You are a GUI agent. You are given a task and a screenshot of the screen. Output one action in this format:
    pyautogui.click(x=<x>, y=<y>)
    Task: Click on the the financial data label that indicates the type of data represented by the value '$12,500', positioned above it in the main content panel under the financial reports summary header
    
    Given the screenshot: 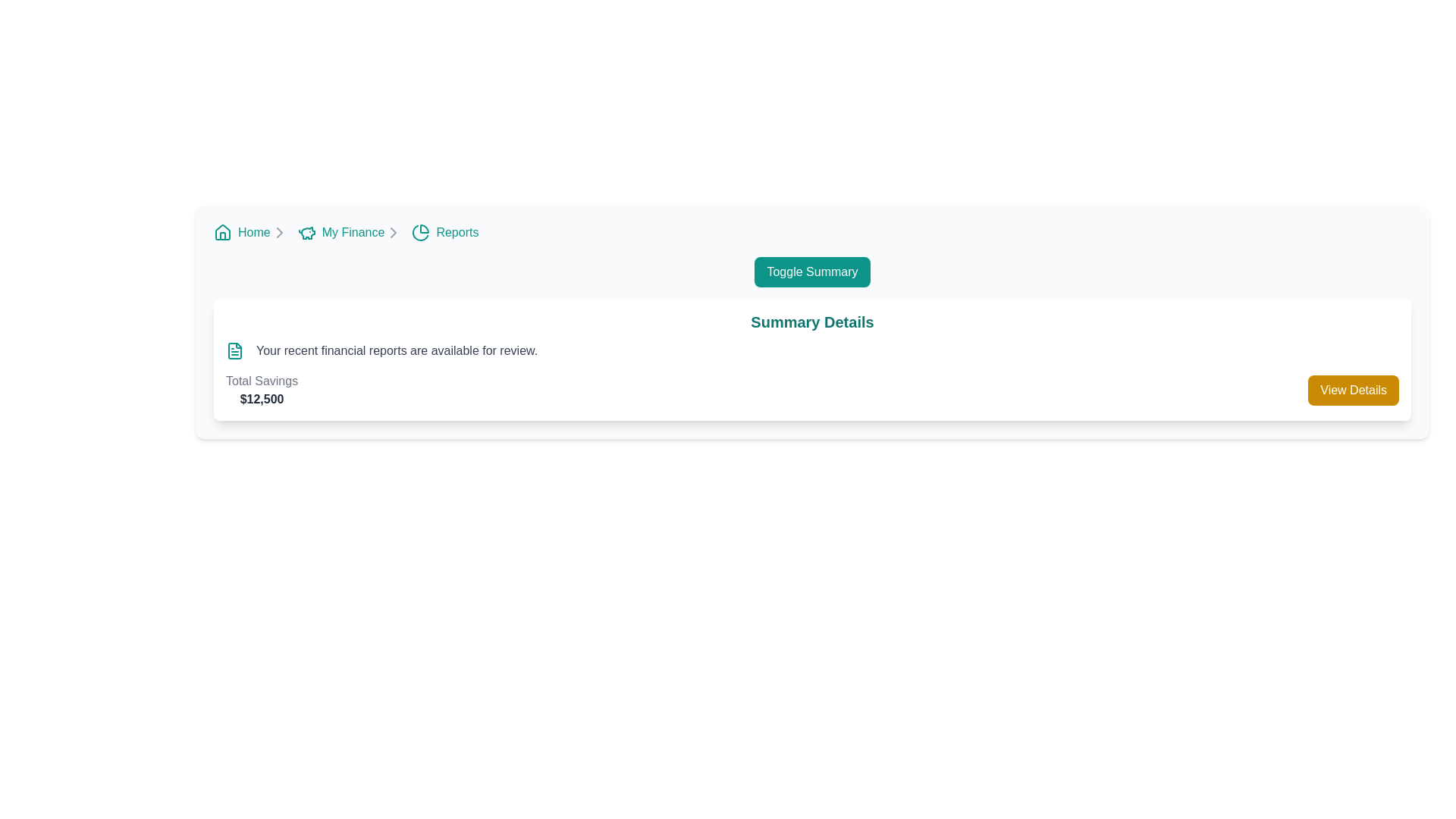 What is the action you would take?
    pyautogui.click(x=262, y=380)
    